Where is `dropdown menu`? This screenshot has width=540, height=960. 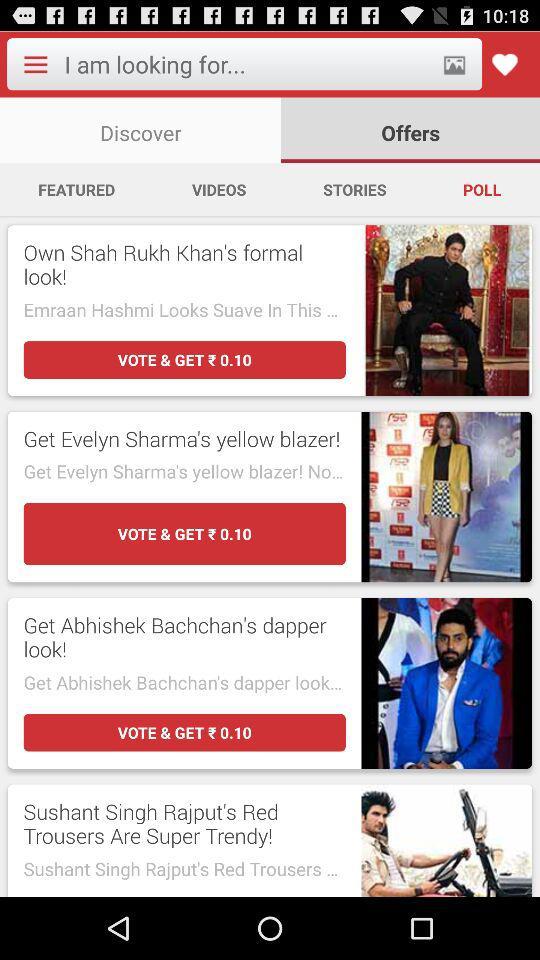 dropdown menu is located at coordinates (35, 64).